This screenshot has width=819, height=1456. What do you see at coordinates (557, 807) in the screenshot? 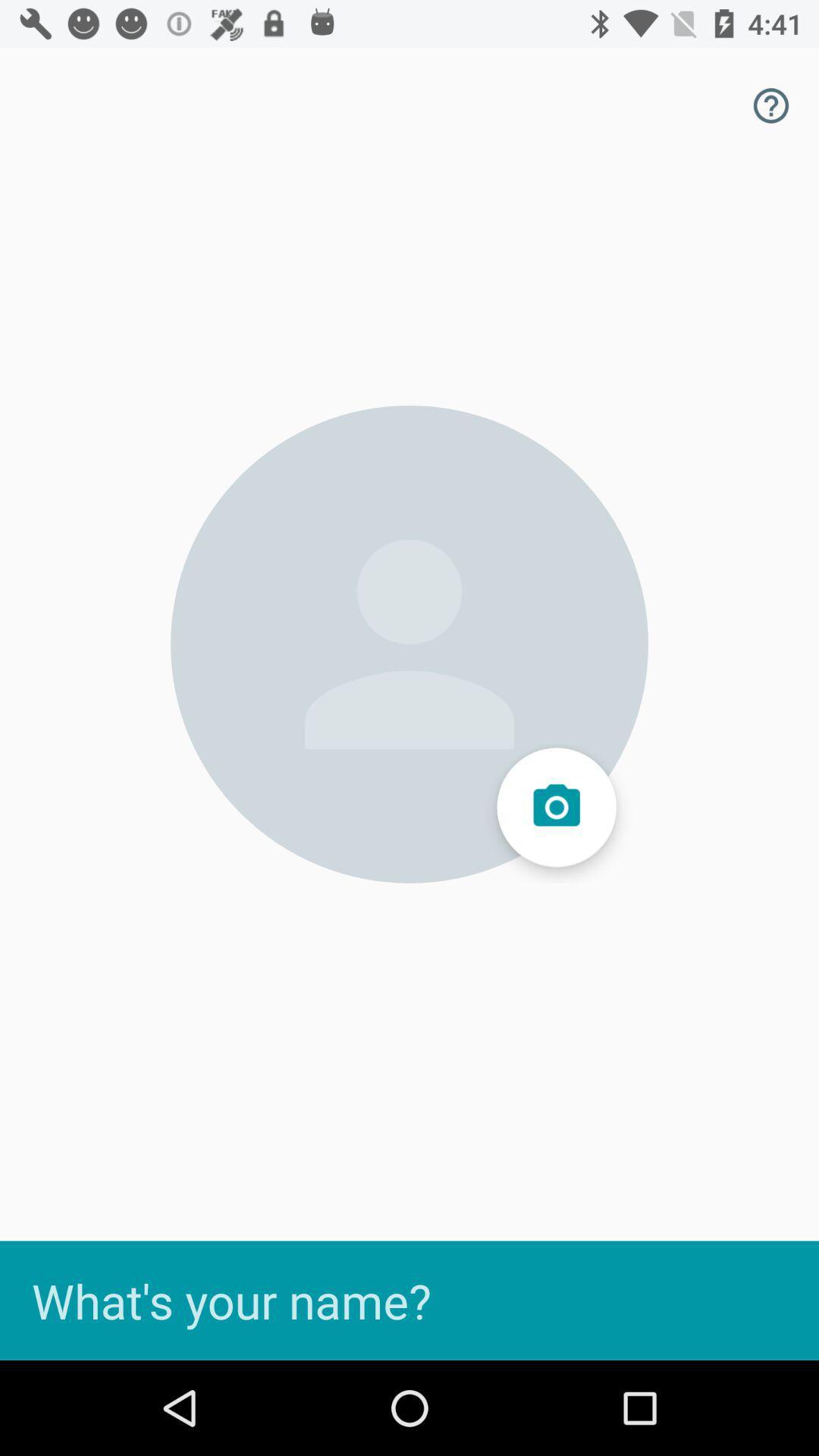
I see `the photo icon` at bounding box center [557, 807].